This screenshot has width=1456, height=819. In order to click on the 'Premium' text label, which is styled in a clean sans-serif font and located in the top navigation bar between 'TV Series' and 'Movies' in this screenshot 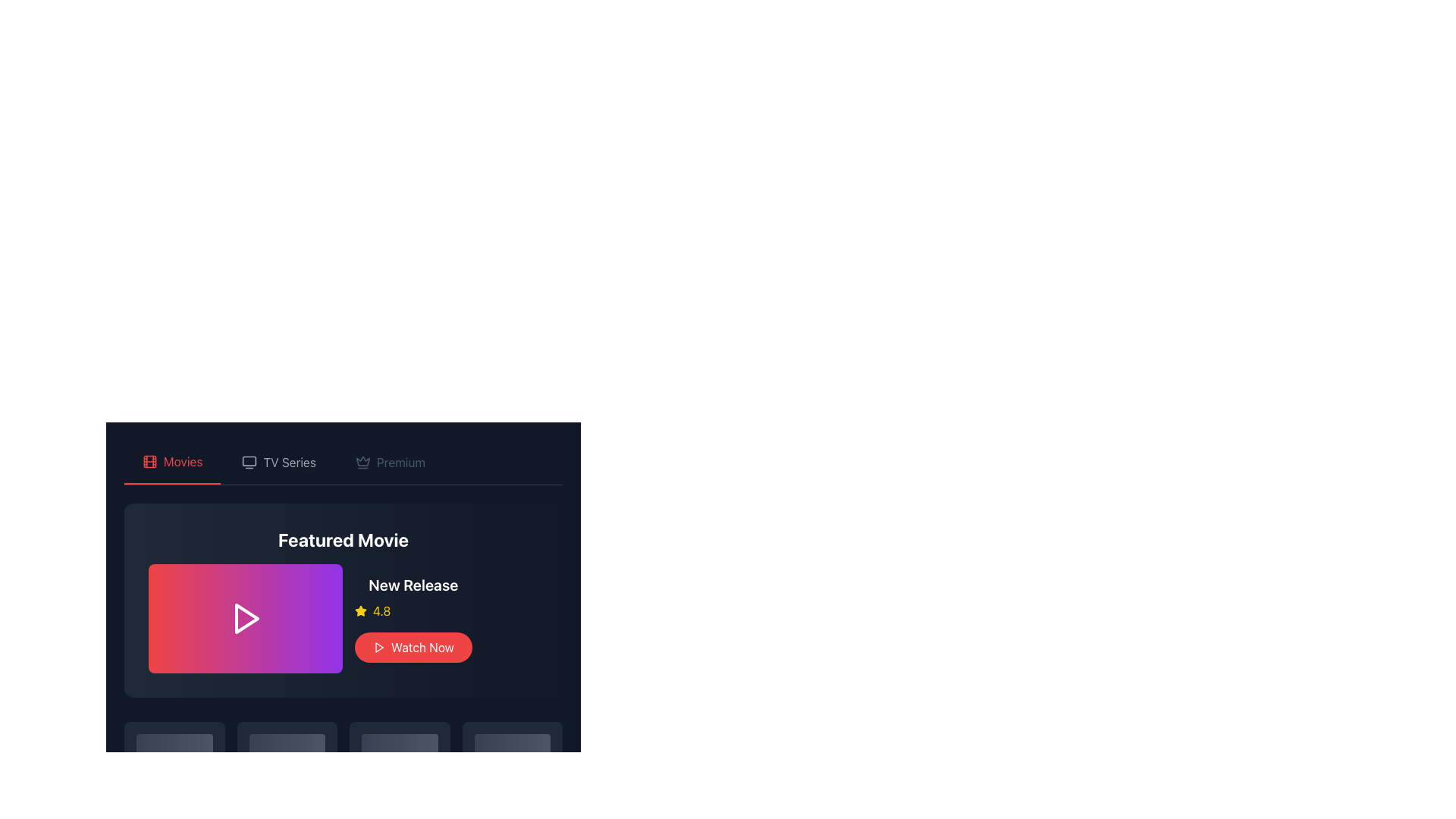, I will do `click(400, 461)`.